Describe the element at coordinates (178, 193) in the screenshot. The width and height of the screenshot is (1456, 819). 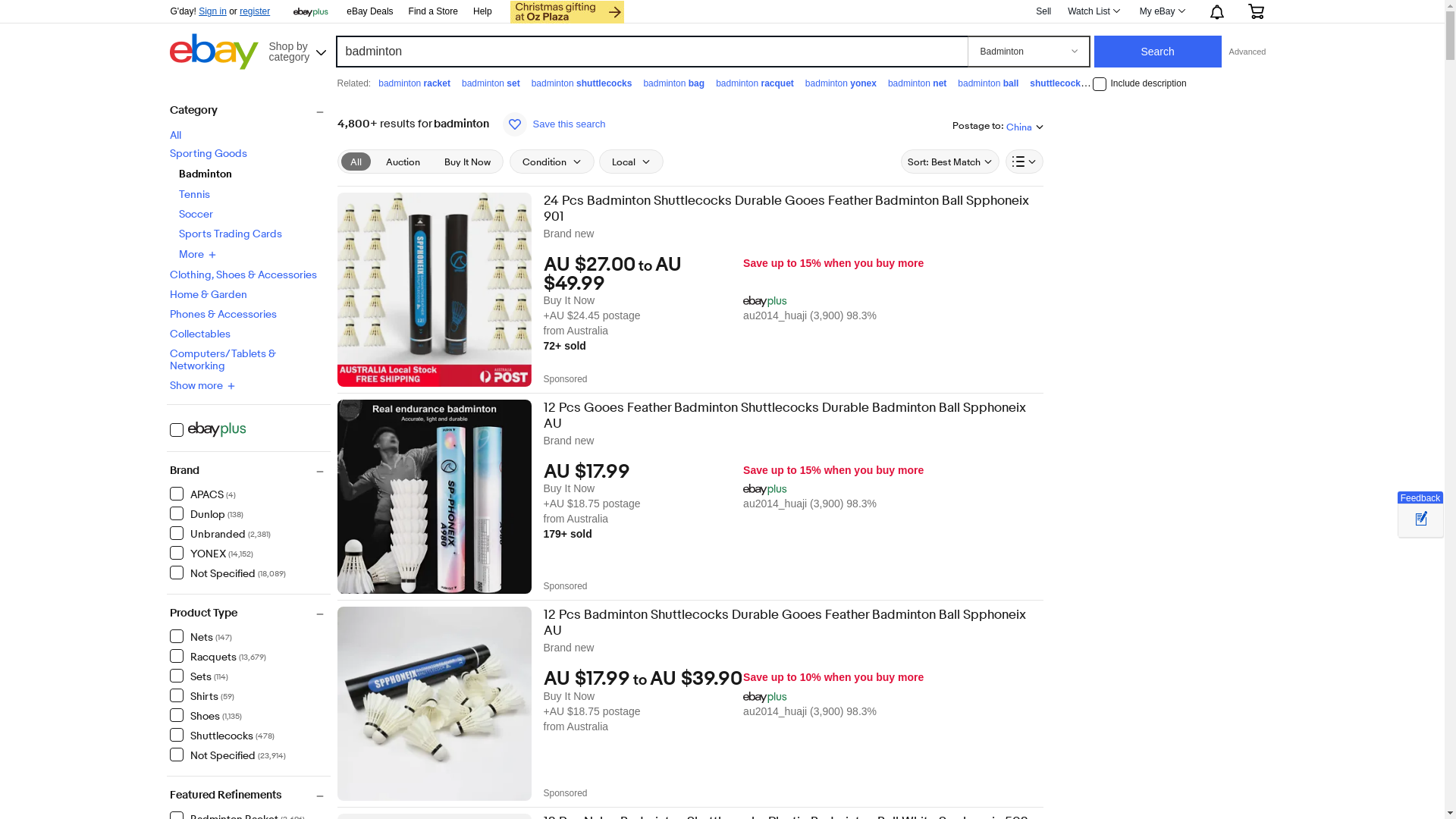
I see `'Tennis'` at that location.